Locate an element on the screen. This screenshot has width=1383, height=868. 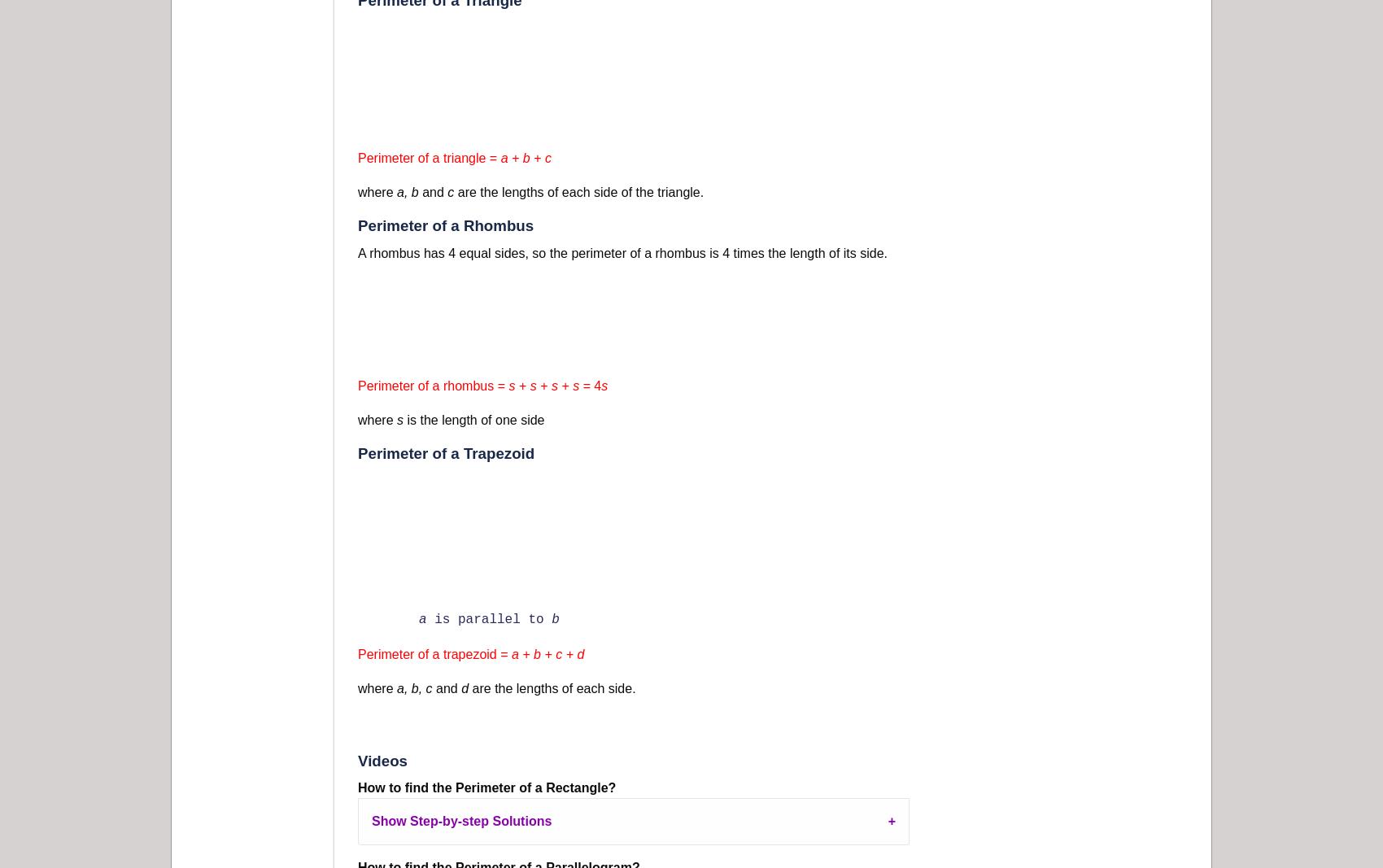
'a + b + c + d' is located at coordinates (548, 653).